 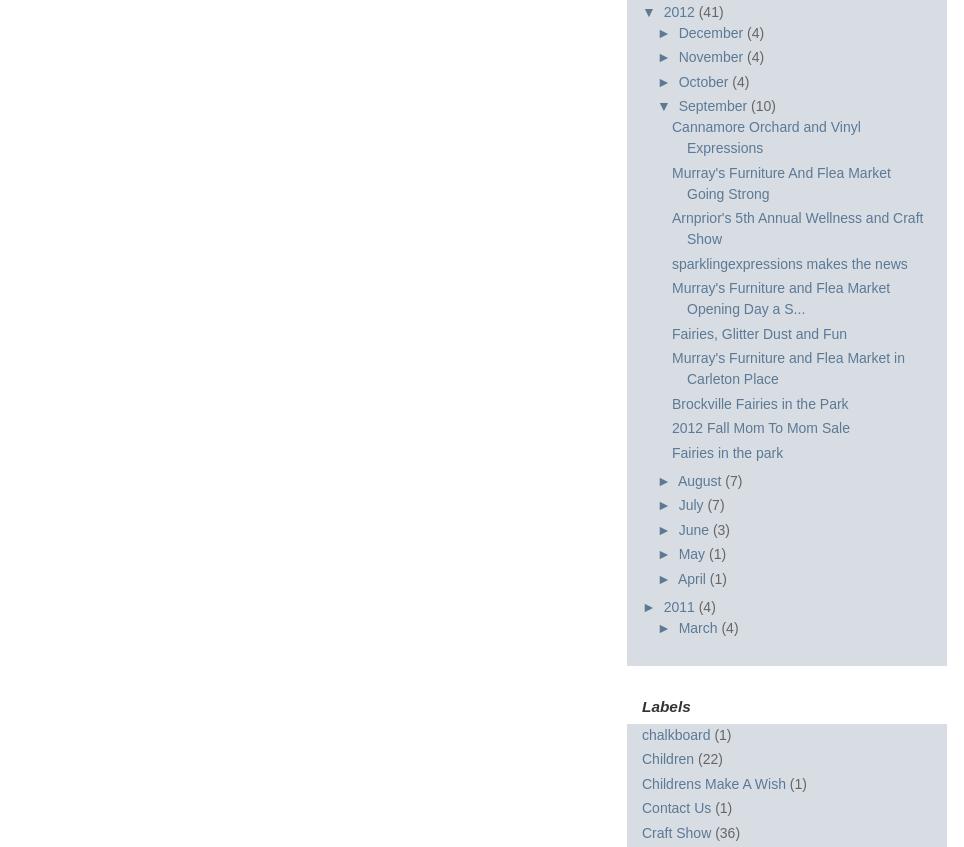 What do you see at coordinates (712, 56) in the screenshot?
I see `'November'` at bounding box center [712, 56].